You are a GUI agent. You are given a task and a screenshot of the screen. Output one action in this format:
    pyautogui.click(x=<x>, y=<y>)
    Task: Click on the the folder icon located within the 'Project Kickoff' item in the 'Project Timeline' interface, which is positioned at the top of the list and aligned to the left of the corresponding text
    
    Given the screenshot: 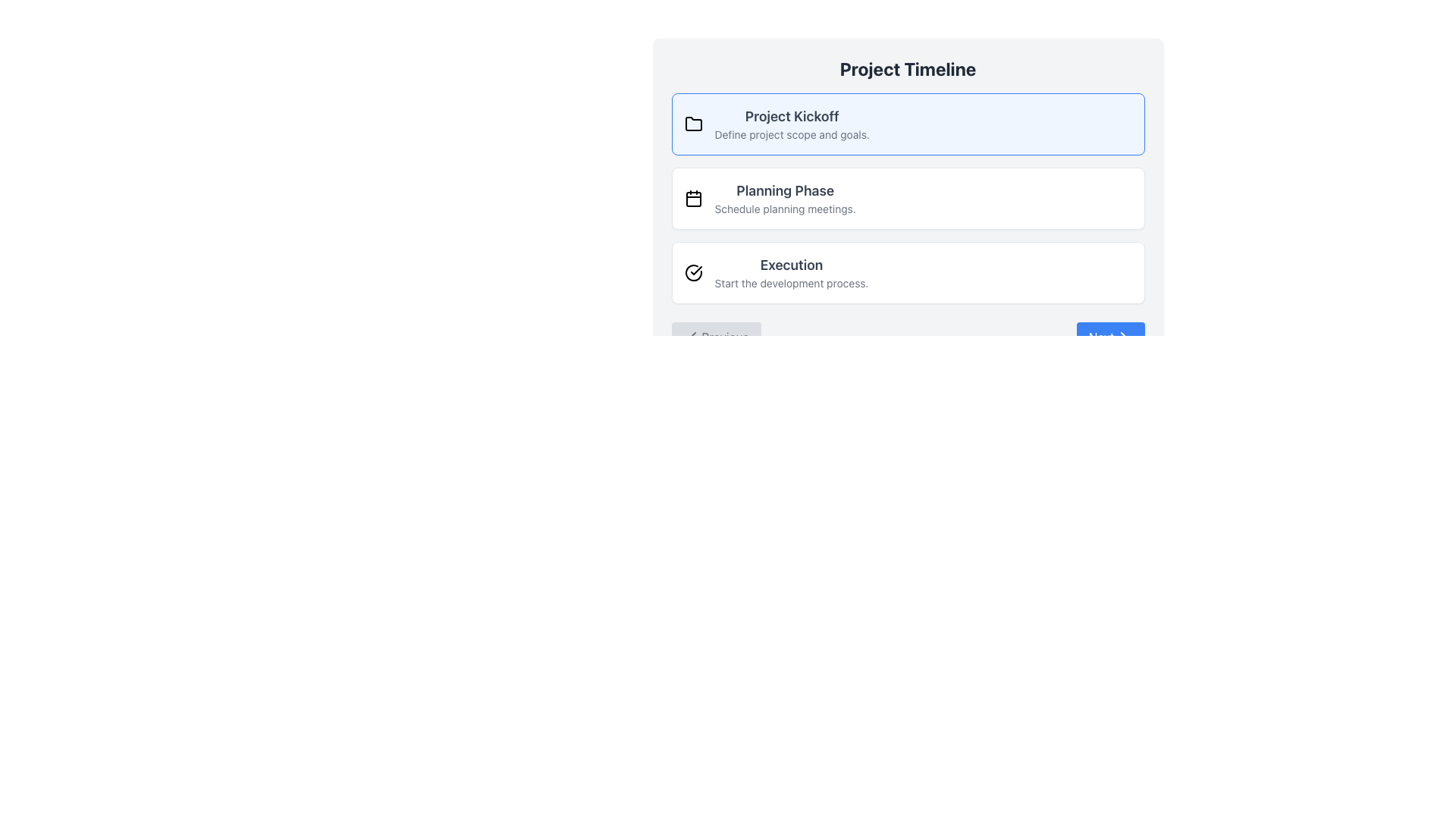 What is the action you would take?
    pyautogui.click(x=692, y=123)
    